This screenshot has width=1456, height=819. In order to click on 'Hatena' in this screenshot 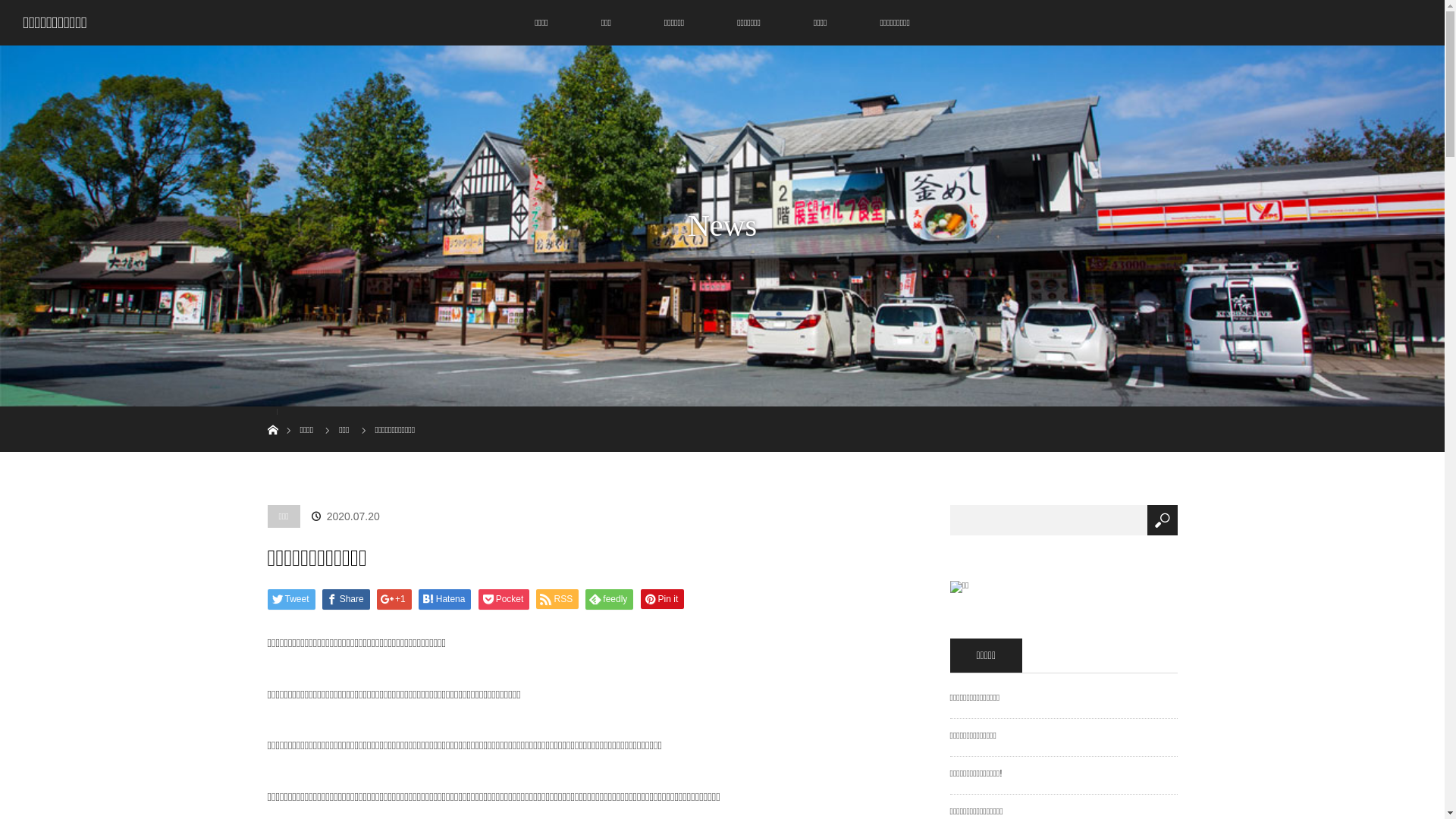, I will do `click(419, 598)`.